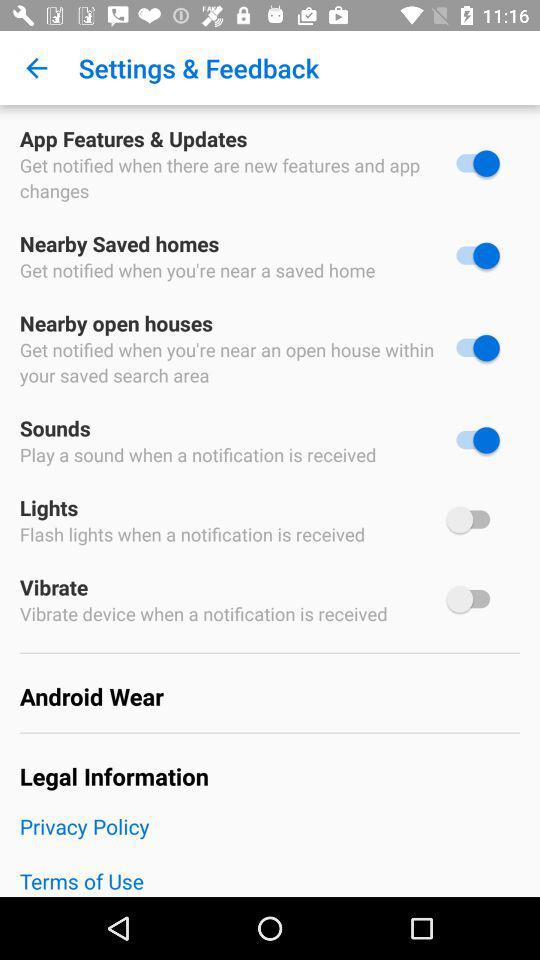  Describe the element at coordinates (270, 880) in the screenshot. I see `the terms of use item` at that location.